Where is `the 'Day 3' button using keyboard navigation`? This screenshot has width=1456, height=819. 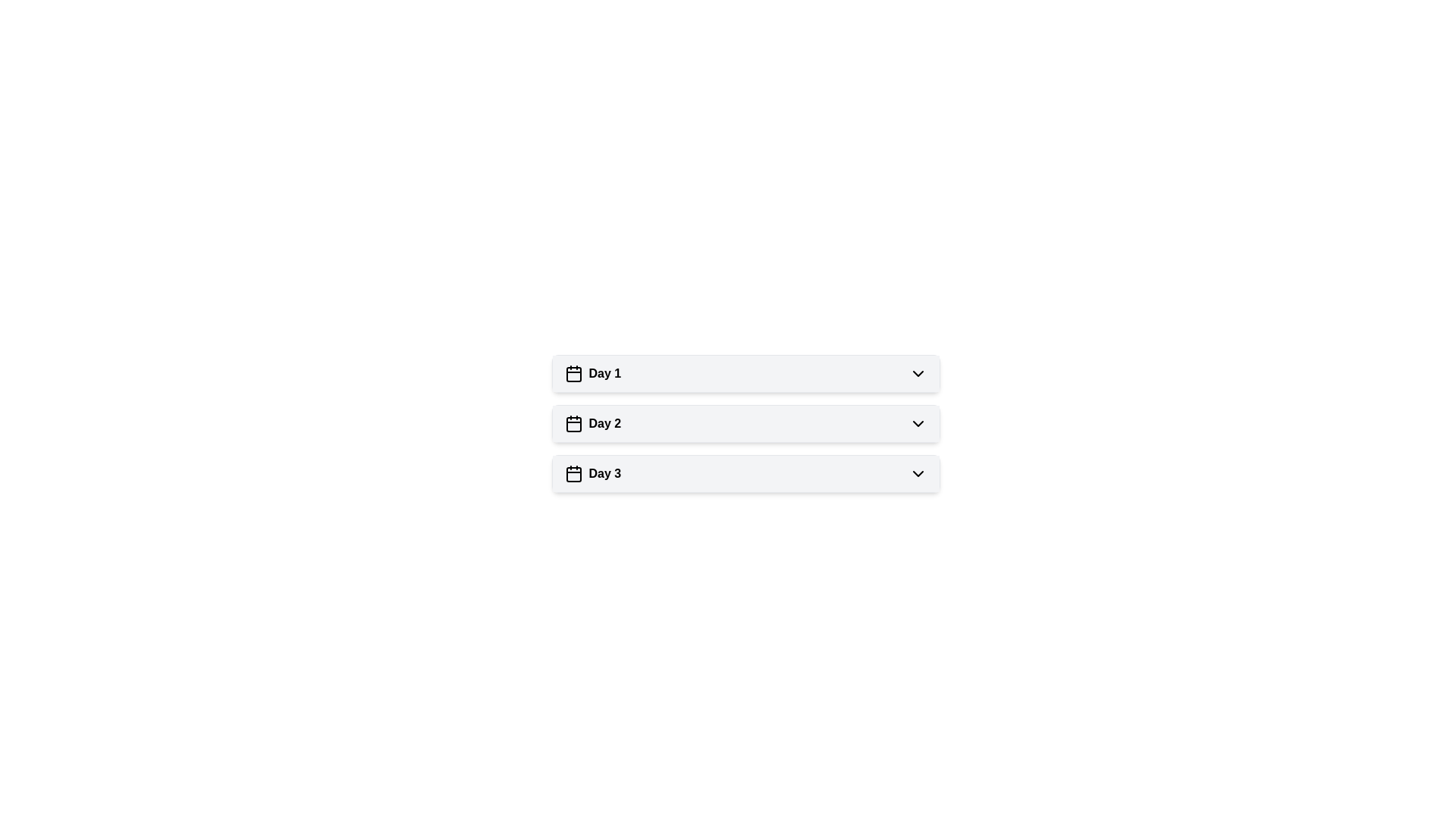 the 'Day 3' button using keyboard navigation is located at coordinates (745, 472).